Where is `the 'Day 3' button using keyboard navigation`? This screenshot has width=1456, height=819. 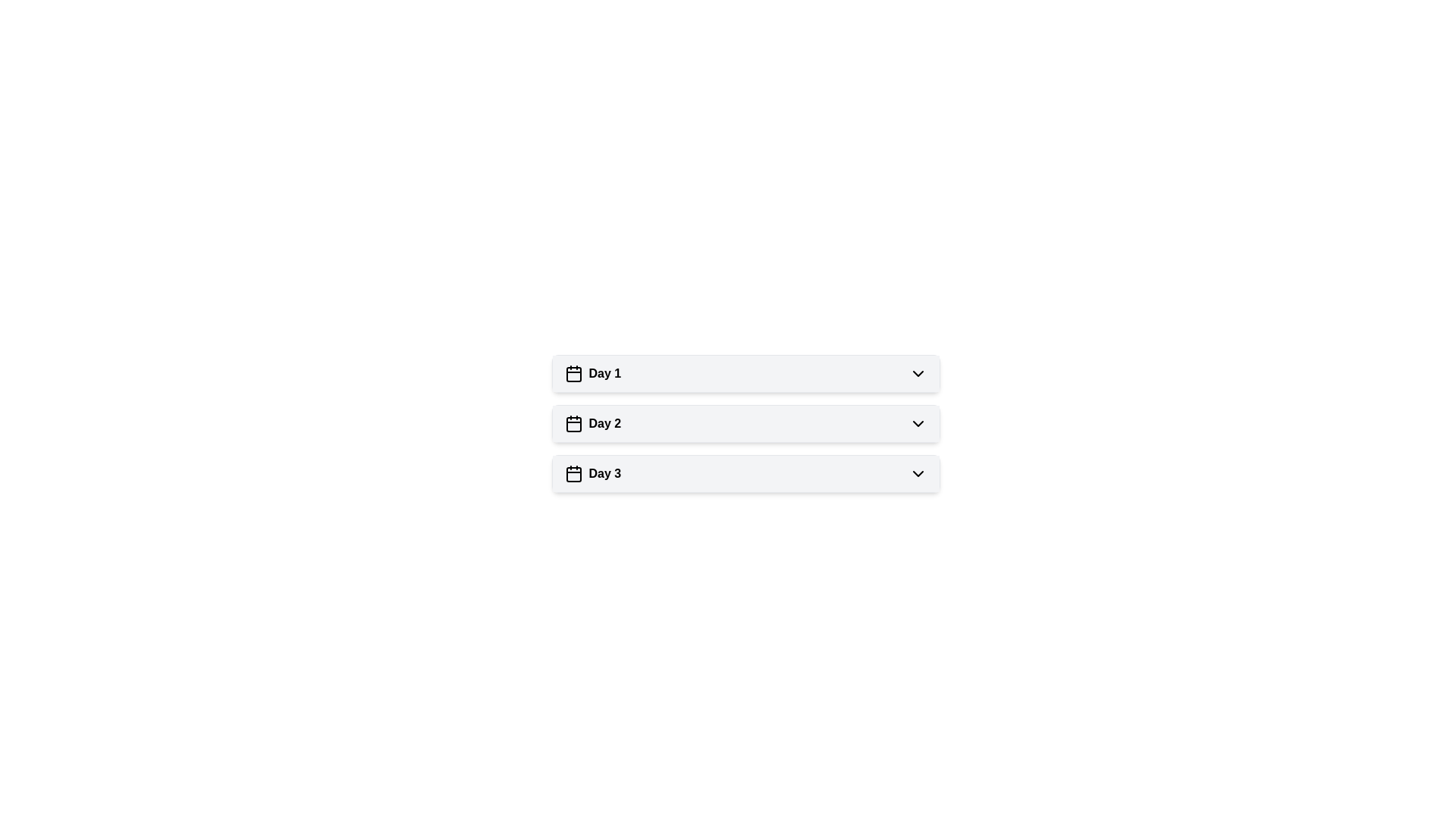 the 'Day 3' button using keyboard navigation is located at coordinates (745, 472).